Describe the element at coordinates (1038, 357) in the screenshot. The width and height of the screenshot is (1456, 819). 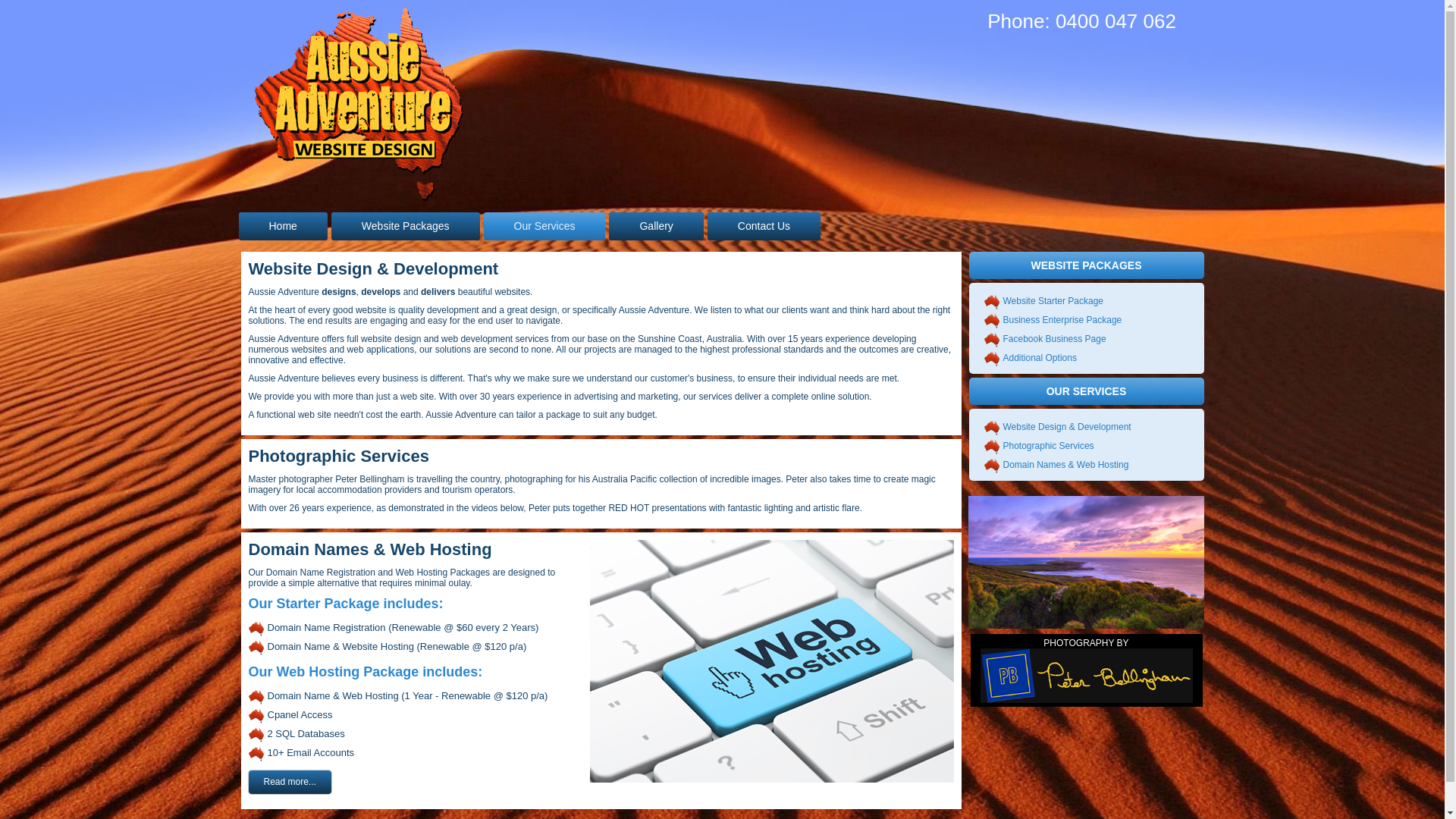
I see `'Additional Options'` at that location.